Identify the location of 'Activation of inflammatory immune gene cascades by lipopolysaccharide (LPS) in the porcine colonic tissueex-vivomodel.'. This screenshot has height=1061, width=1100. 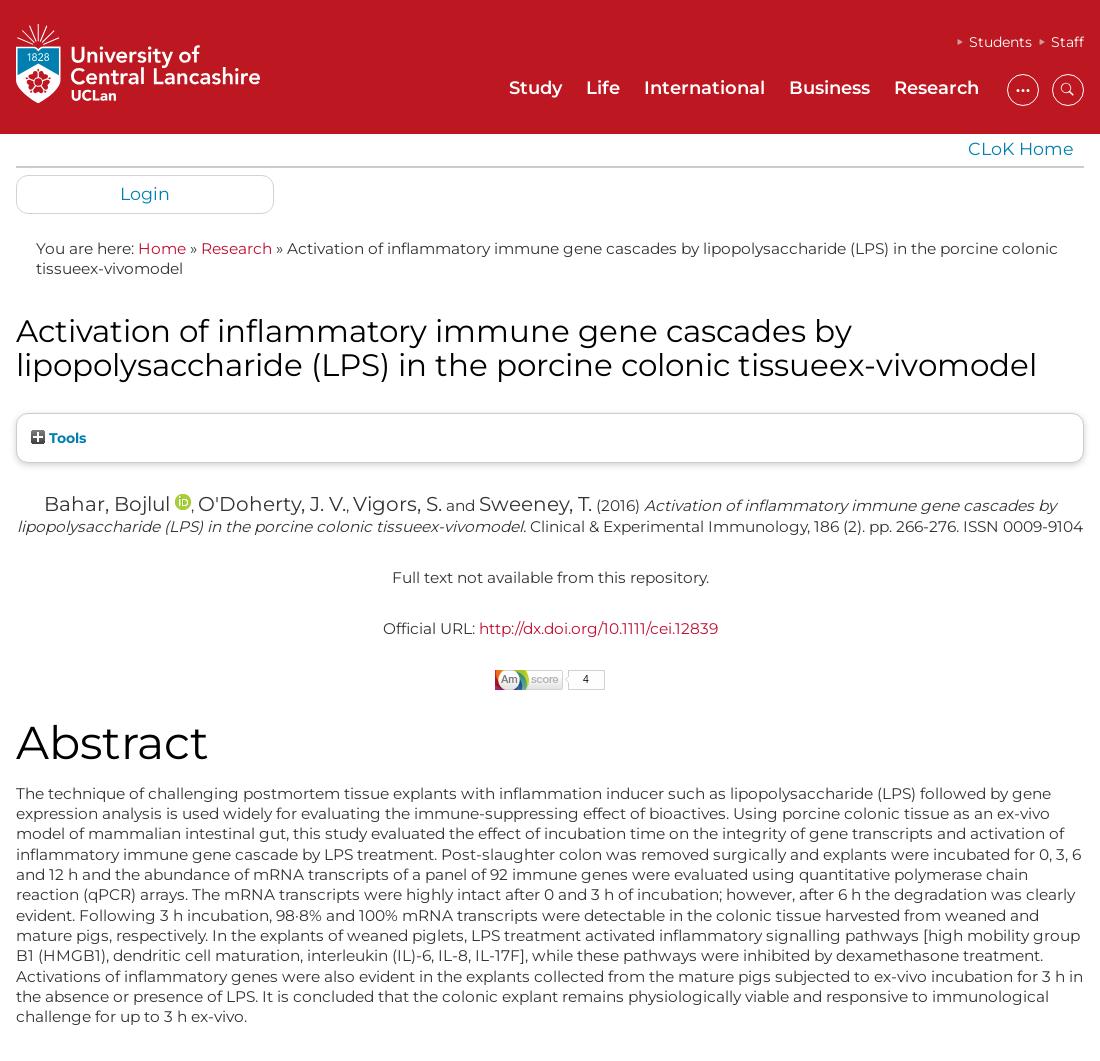
(16, 515).